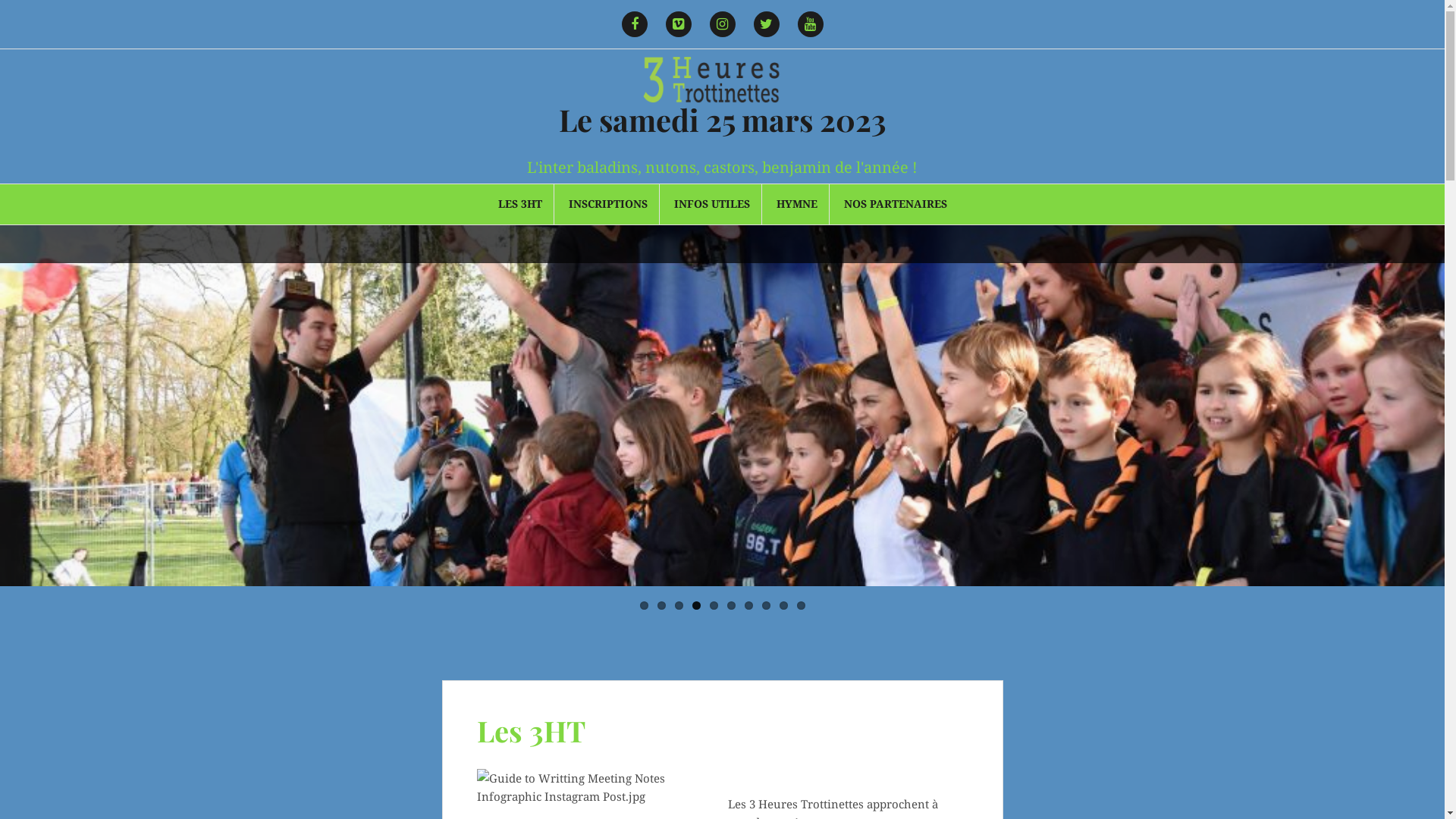 This screenshot has height=819, width=1456. I want to click on 'Instagram', so click(701, 24).